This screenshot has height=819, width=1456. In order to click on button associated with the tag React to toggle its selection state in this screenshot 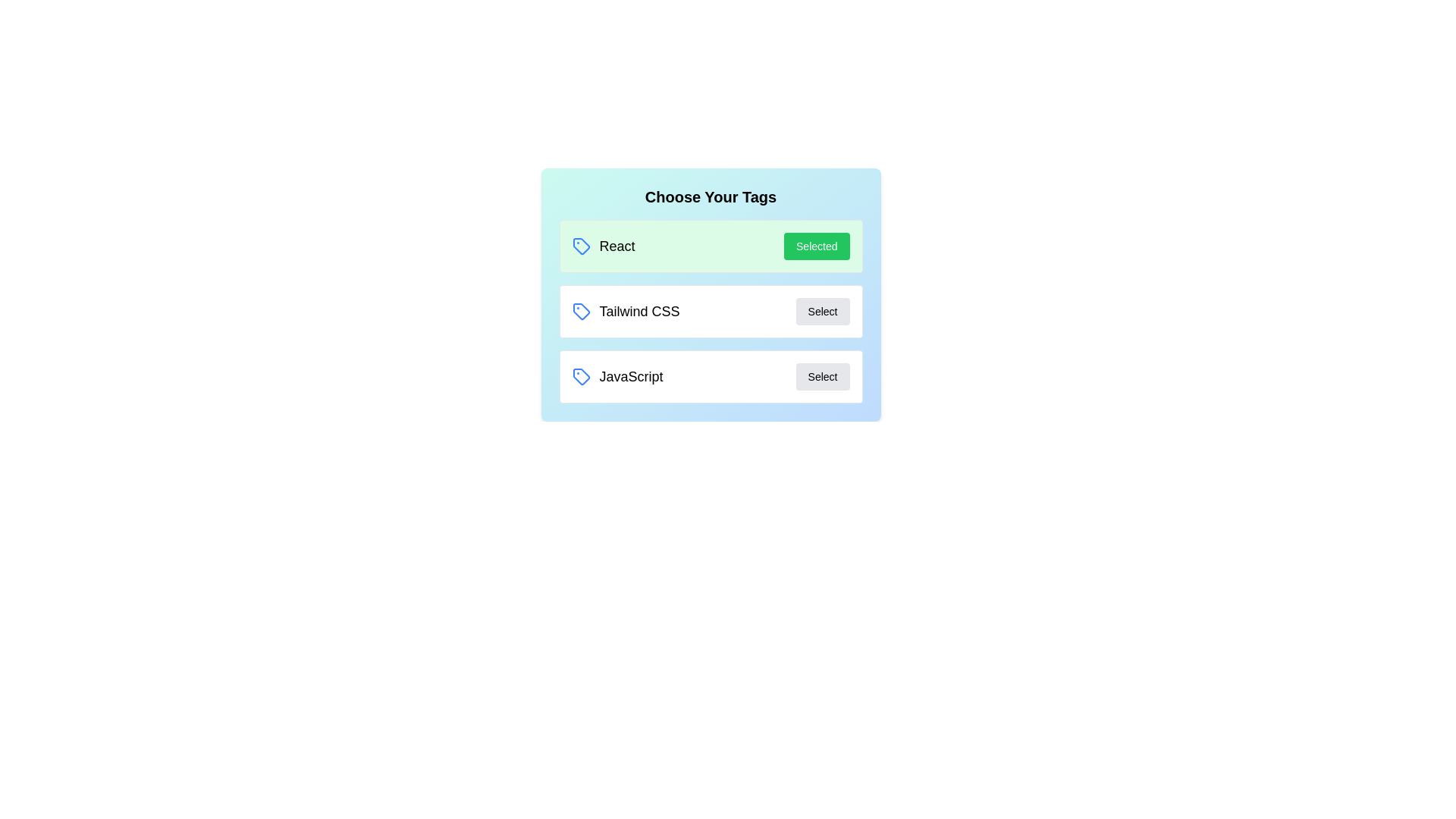, I will do `click(816, 245)`.